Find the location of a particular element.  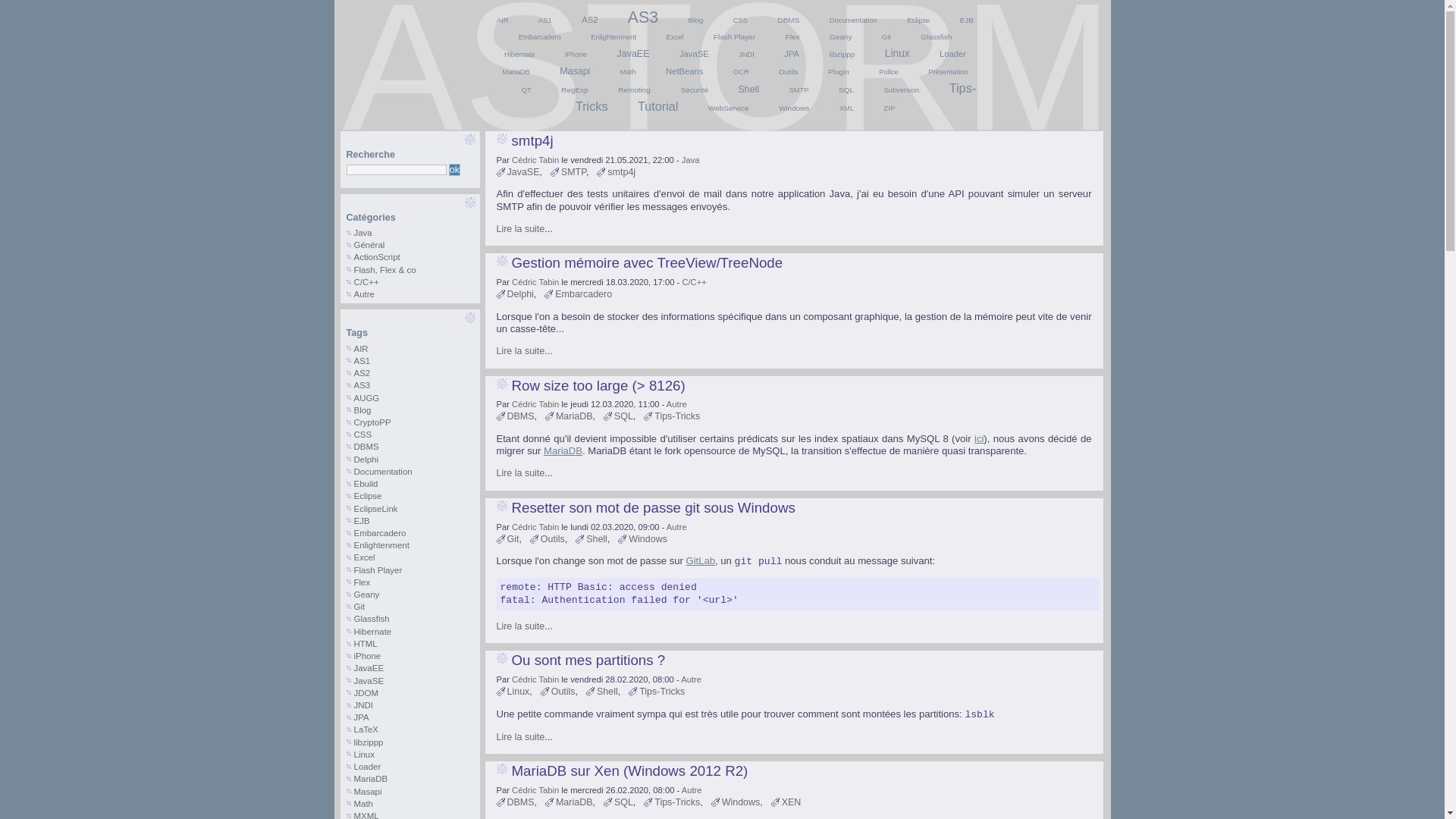

'AIR' is located at coordinates (502, 20).